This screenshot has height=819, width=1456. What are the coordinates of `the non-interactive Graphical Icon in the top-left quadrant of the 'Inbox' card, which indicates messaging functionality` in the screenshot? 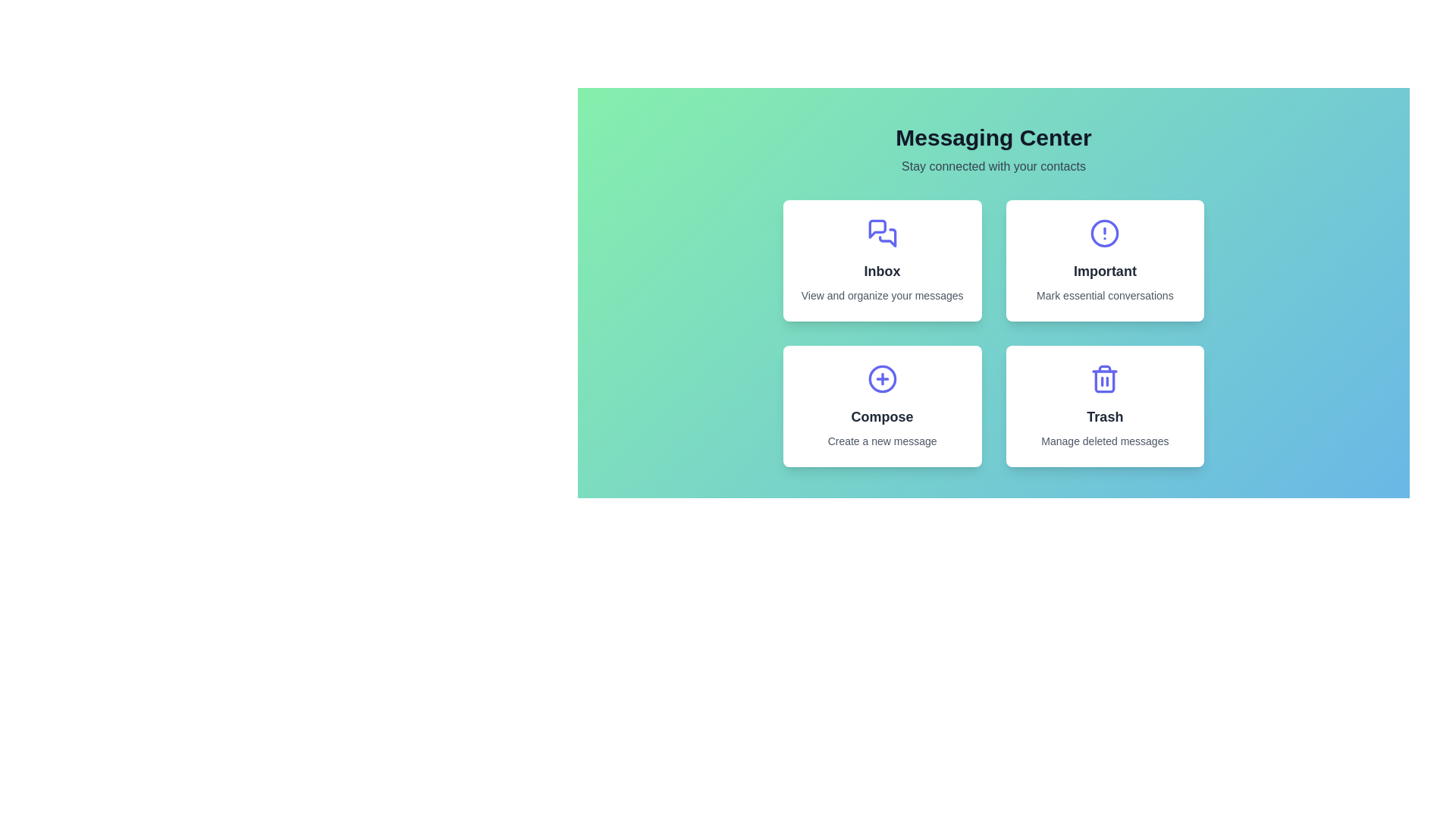 It's located at (877, 229).